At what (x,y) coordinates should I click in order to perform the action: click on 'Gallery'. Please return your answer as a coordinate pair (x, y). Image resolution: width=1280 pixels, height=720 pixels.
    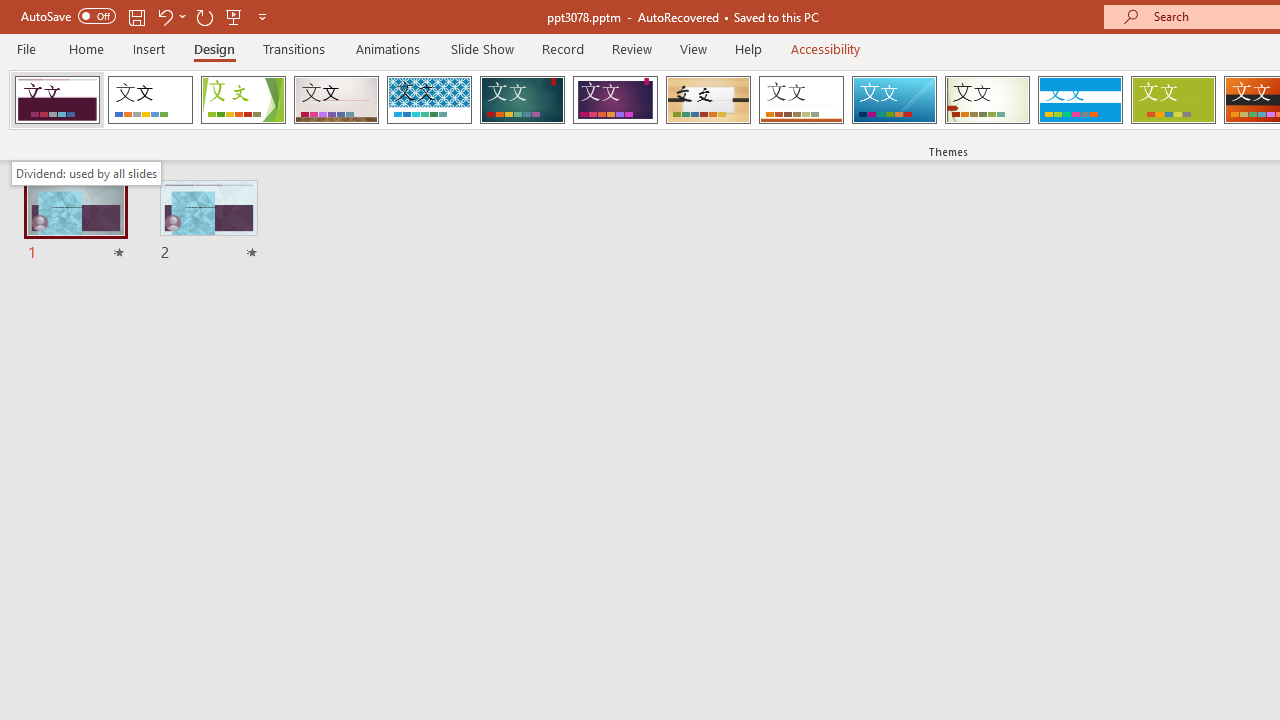
    Looking at the image, I should click on (336, 100).